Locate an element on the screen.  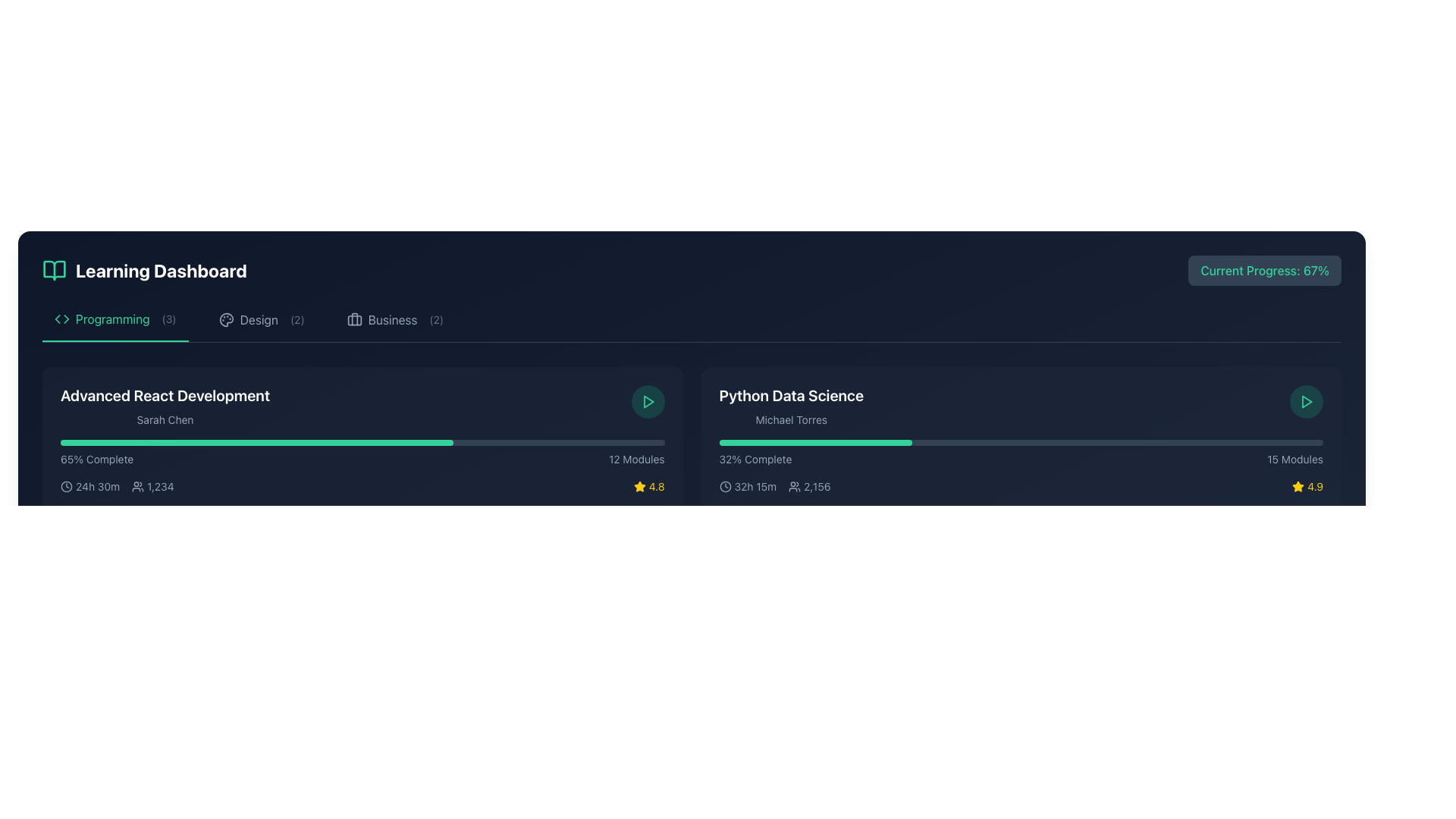
the play button located at the right end of the 'Python Data Science' course section is located at coordinates (1306, 400).